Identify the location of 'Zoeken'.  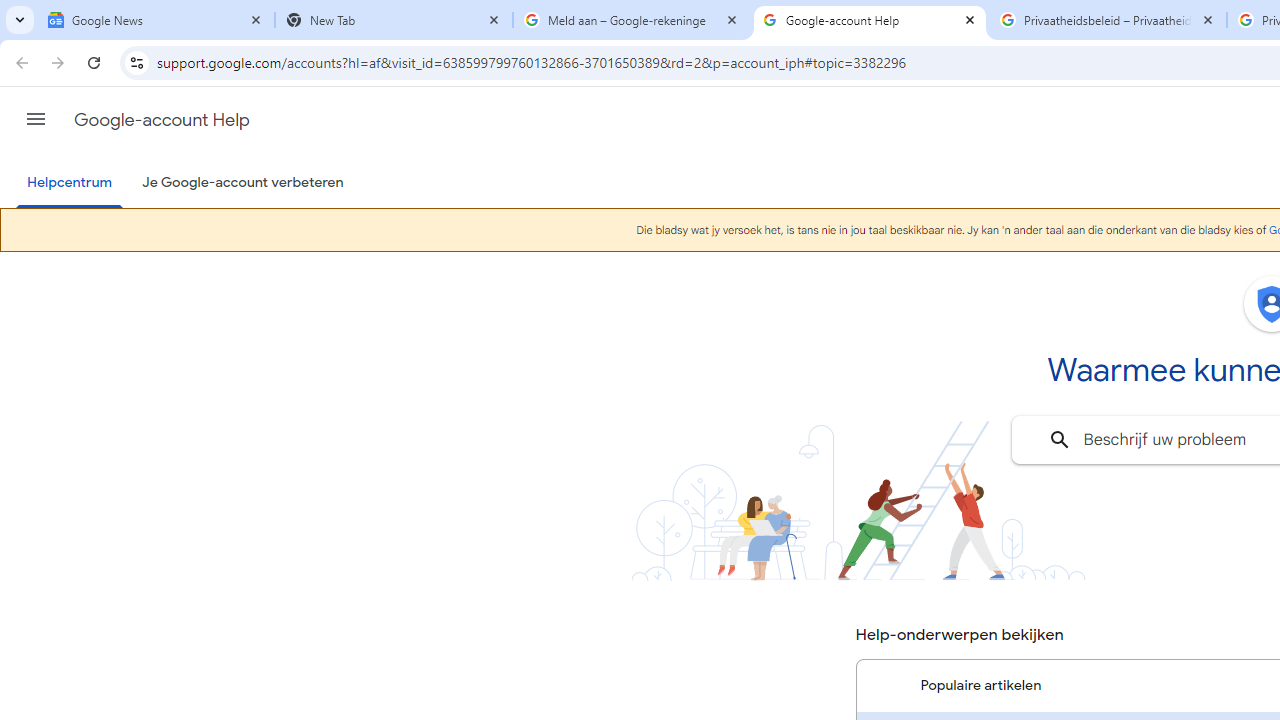
(1058, 438).